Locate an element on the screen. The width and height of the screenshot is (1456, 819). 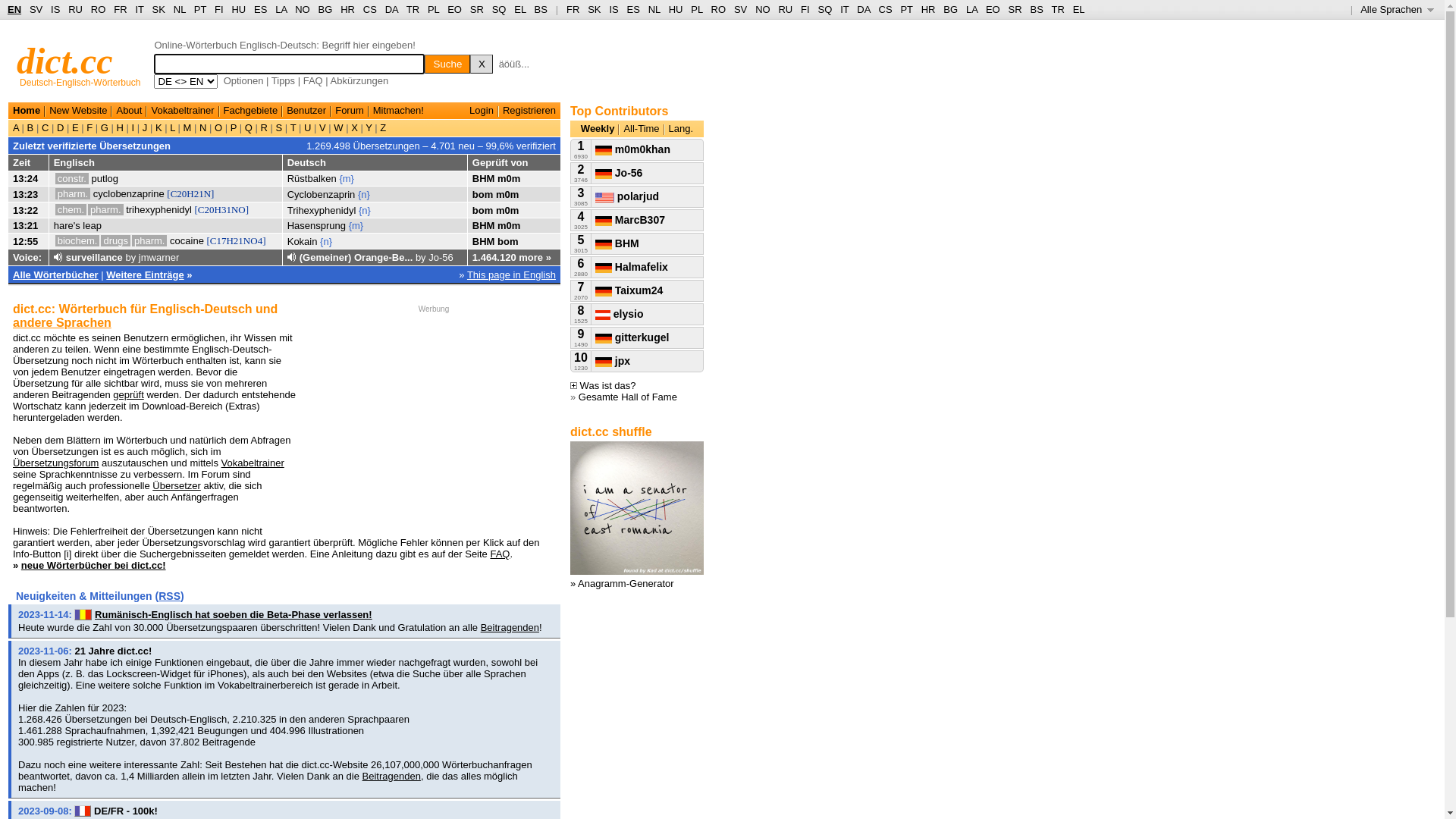
'(Gemeiner) Orange-Be...' is located at coordinates (356, 256).